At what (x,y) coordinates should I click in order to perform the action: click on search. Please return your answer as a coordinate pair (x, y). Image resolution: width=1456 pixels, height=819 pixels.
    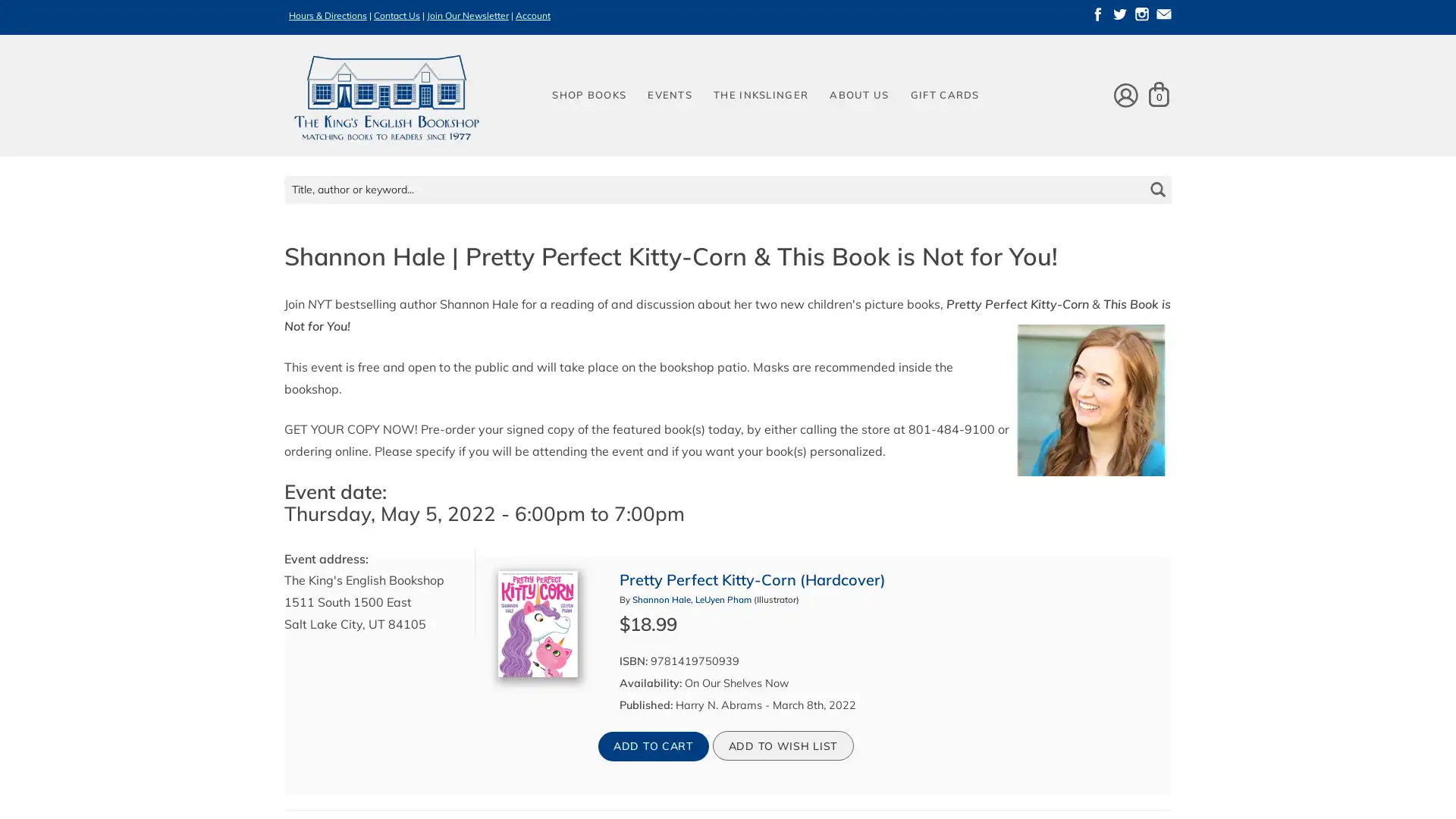
    Looking at the image, I should click on (1156, 177).